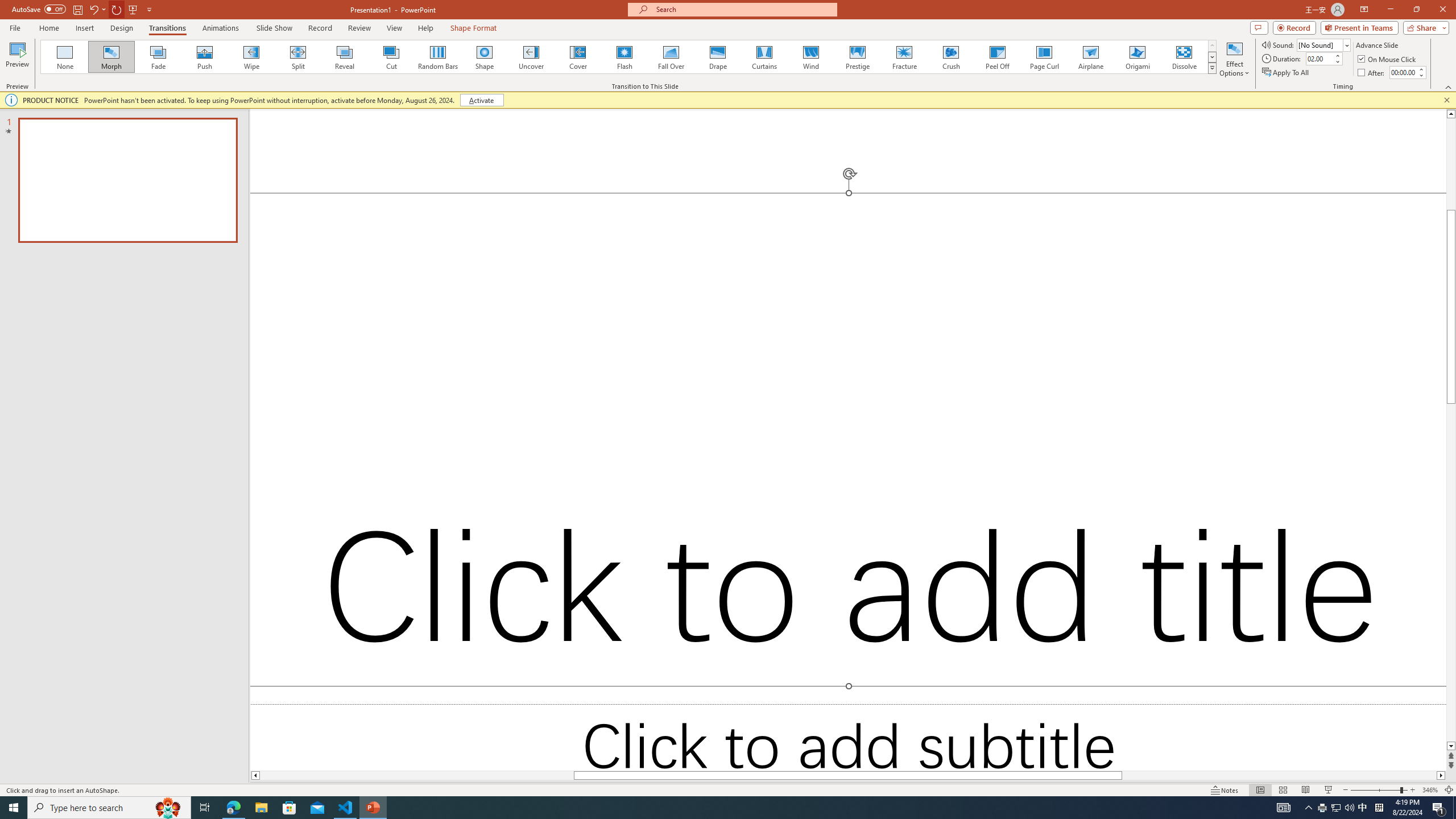  What do you see at coordinates (1372, 72) in the screenshot?
I see `'After'` at bounding box center [1372, 72].